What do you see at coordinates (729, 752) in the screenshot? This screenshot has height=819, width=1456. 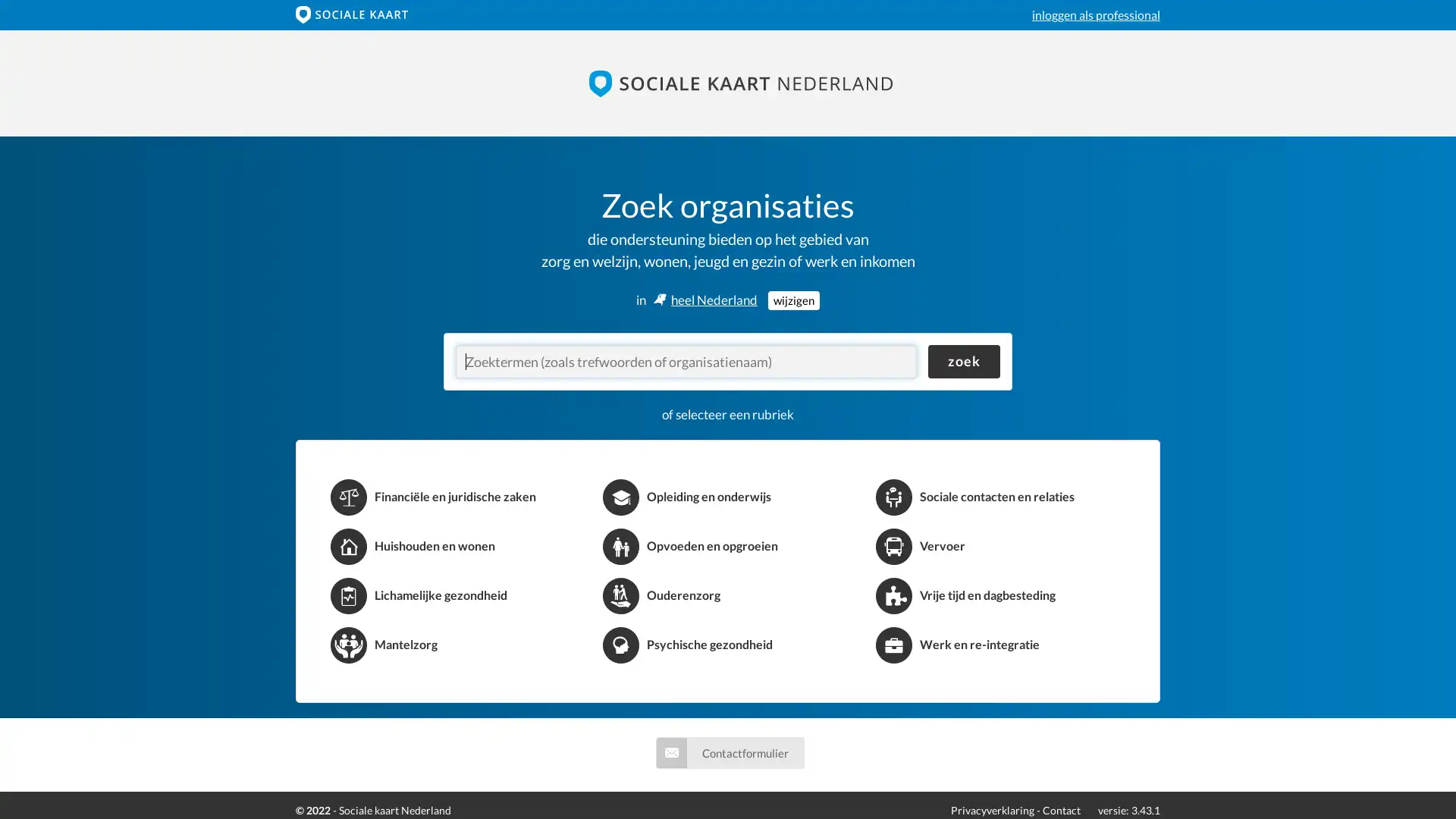 I see `Contactformulier` at bounding box center [729, 752].